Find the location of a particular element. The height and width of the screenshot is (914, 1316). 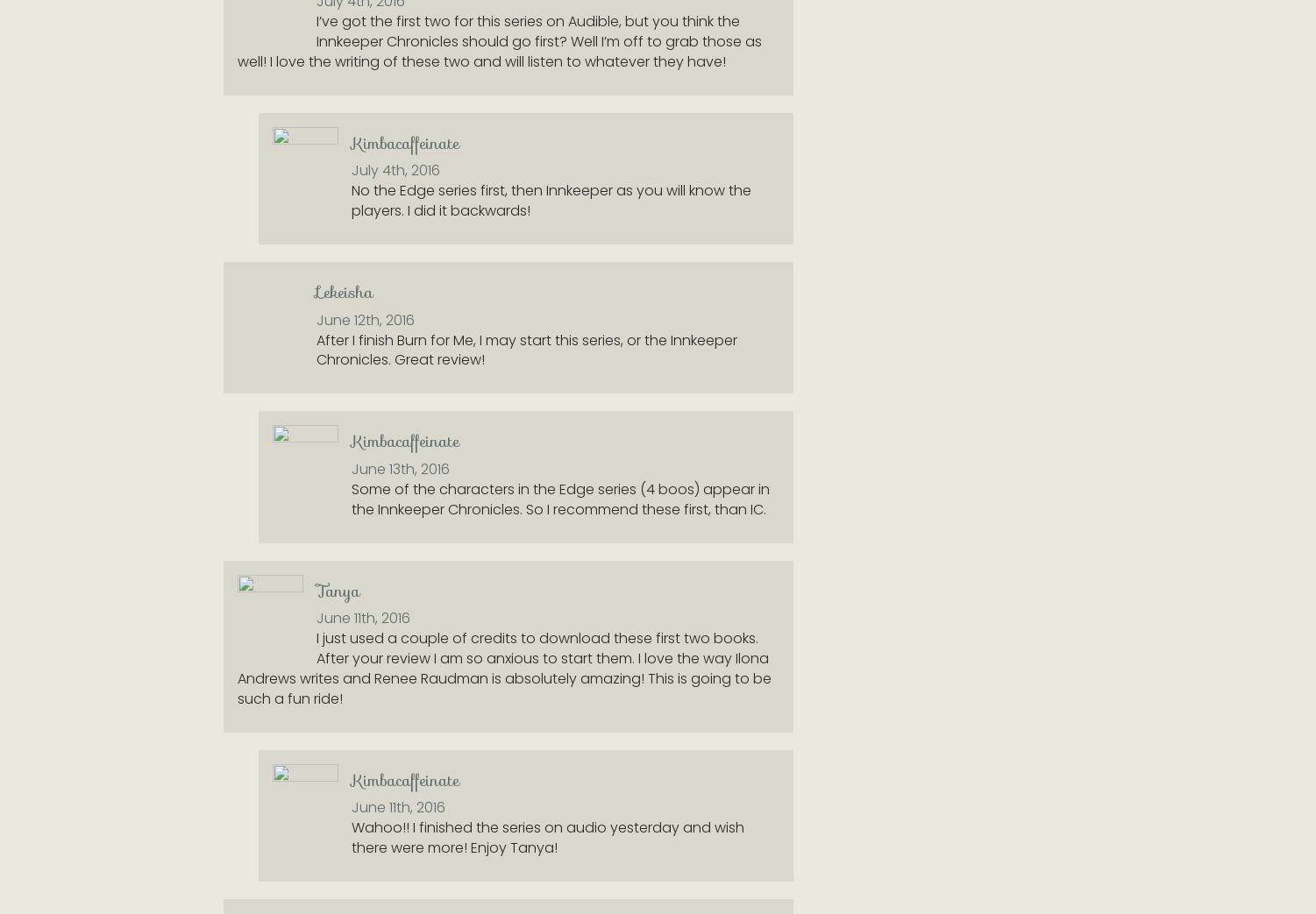

'Tanya' is located at coordinates (338, 590).